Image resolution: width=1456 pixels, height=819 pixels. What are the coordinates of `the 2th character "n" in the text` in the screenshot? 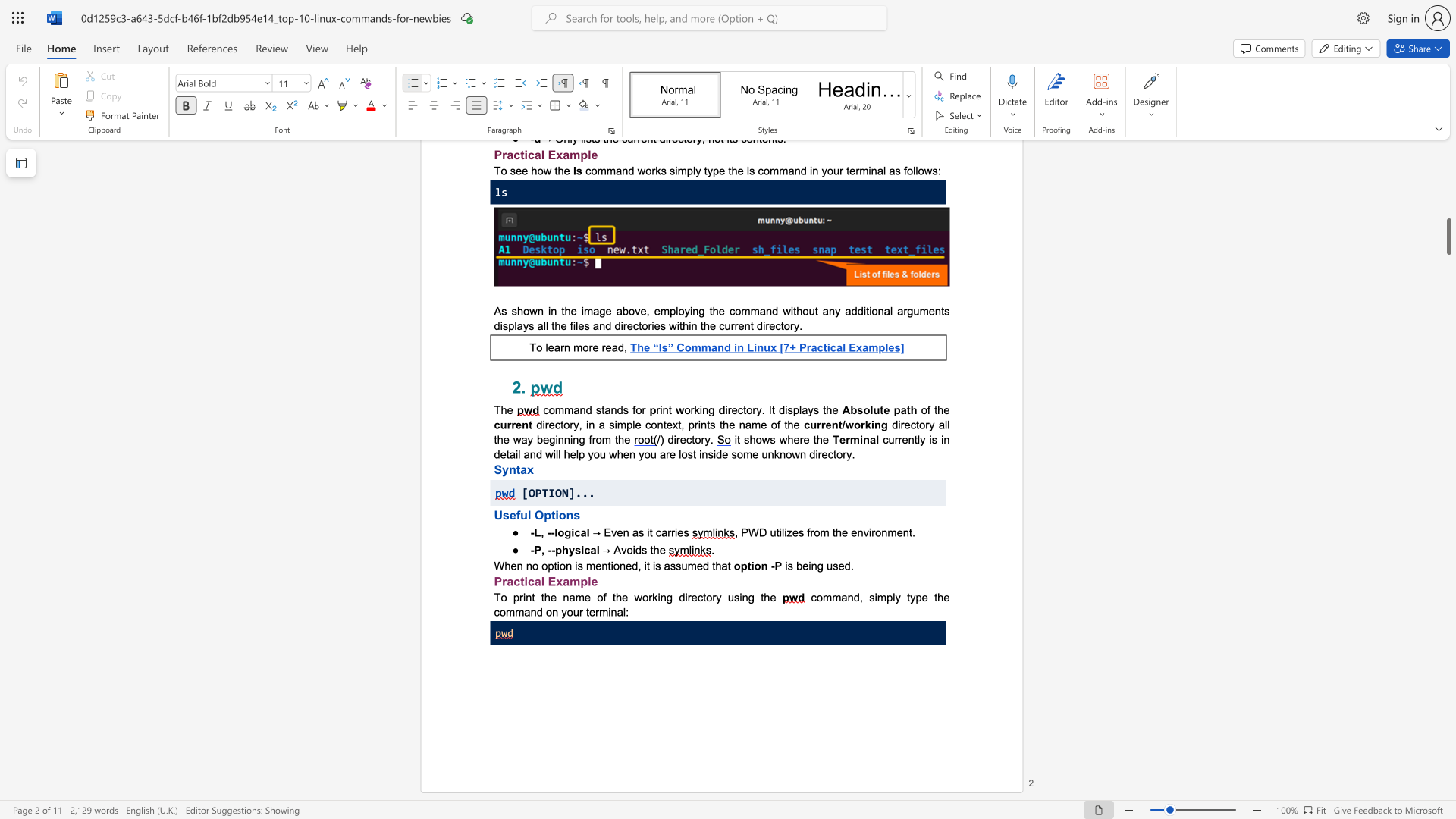 It's located at (884, 532).